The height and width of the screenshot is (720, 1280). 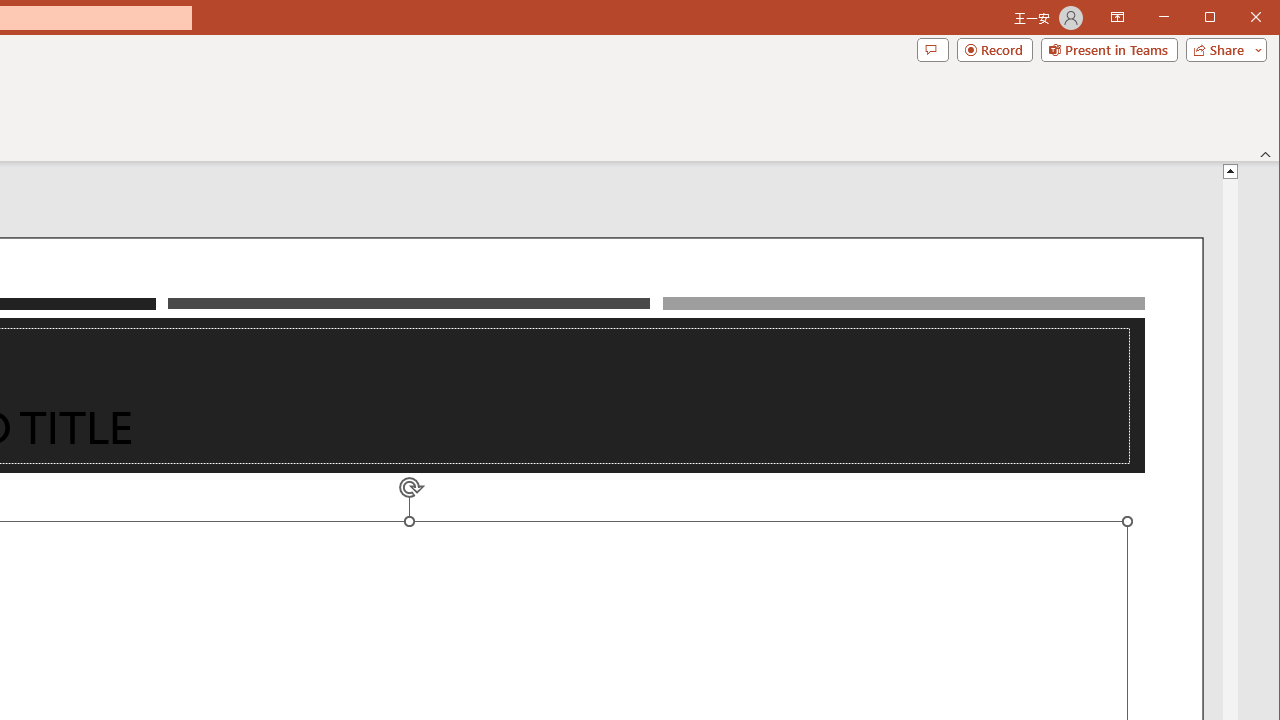 What do you see at coordinates (931, 49) in the screenshot?
I see `'Comments'` at bounding box center [931, 49].